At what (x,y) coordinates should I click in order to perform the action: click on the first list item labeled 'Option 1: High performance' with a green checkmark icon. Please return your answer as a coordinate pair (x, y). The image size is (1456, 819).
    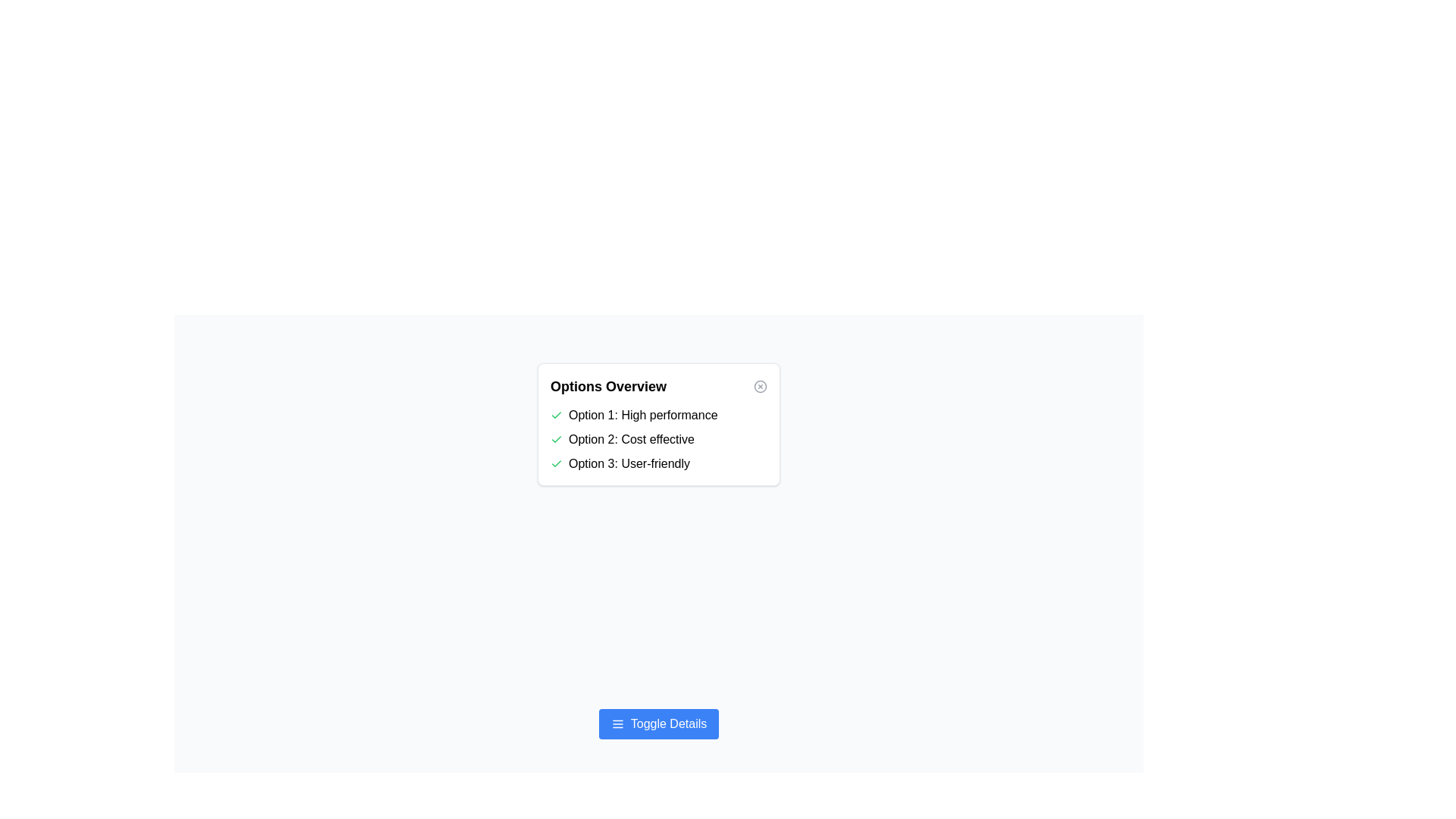
    Looking at the image, I should click on (658, 415).